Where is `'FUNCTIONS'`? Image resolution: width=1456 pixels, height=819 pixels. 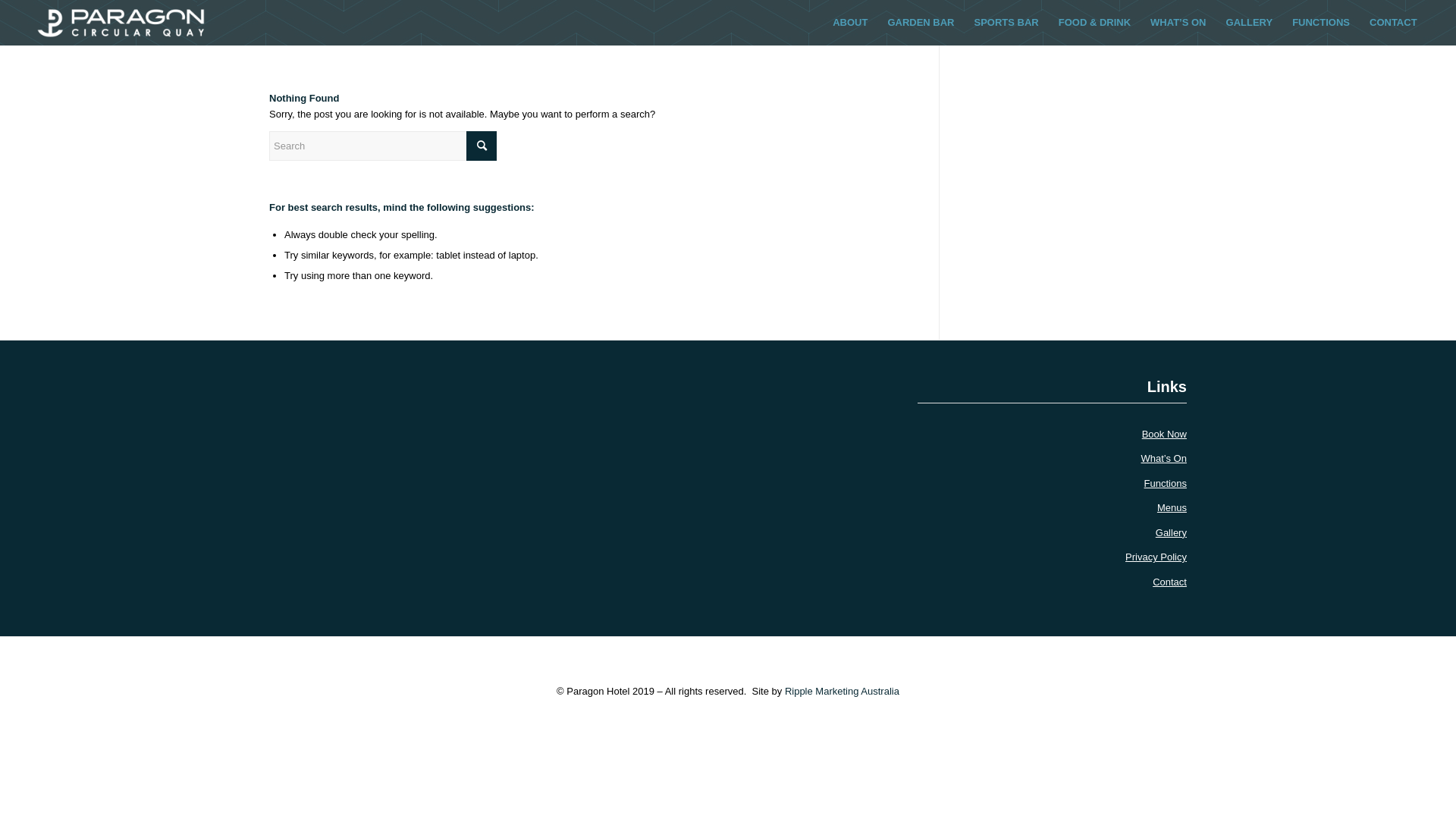
'FUNCTIONS' is located at coordinates (1320, 23).